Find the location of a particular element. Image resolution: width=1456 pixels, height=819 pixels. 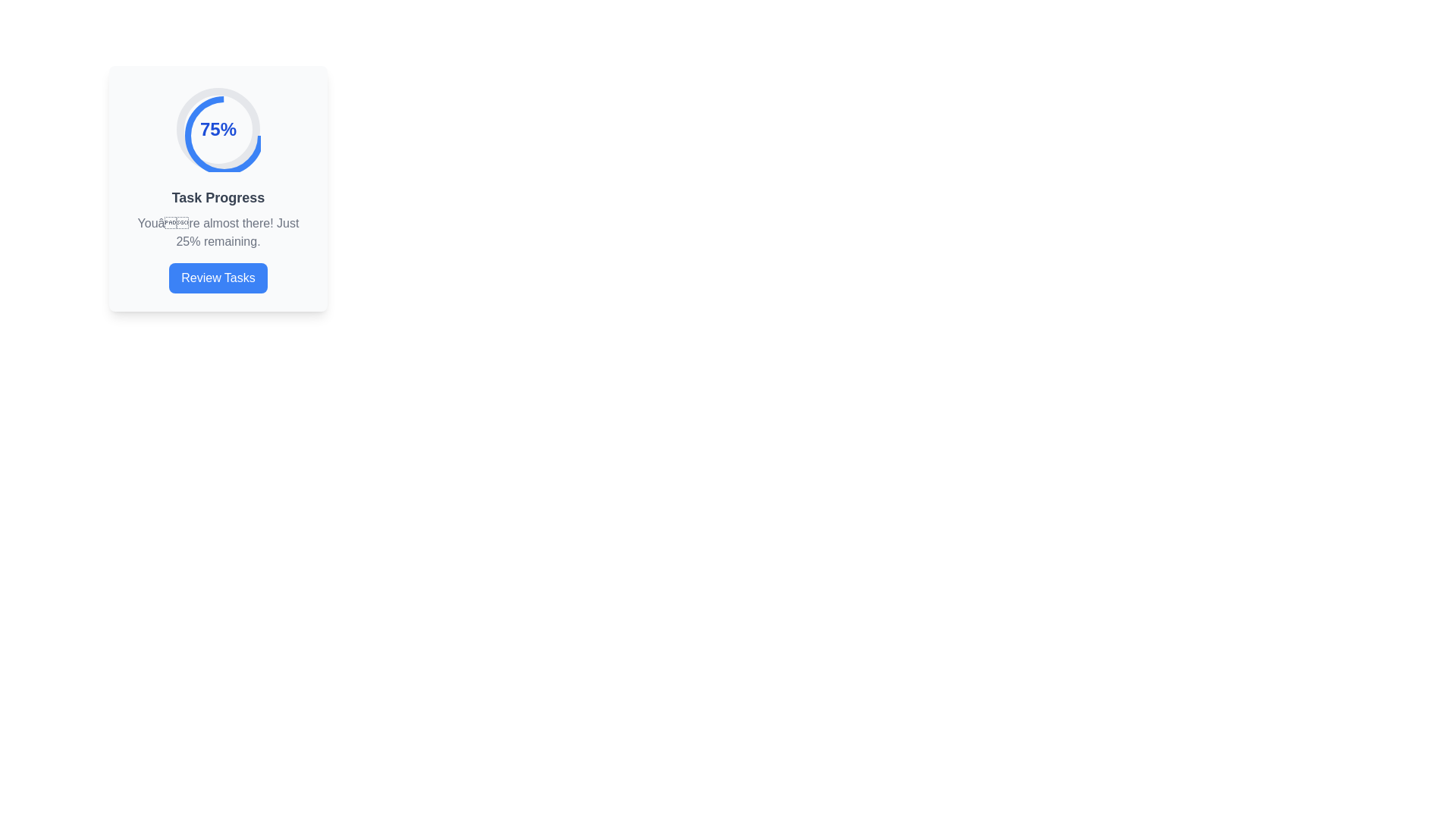

the text display showing '75%' which is styled in bold, large blue font and located at the center of a circular progress indicator is located at coordinates (218, 128).